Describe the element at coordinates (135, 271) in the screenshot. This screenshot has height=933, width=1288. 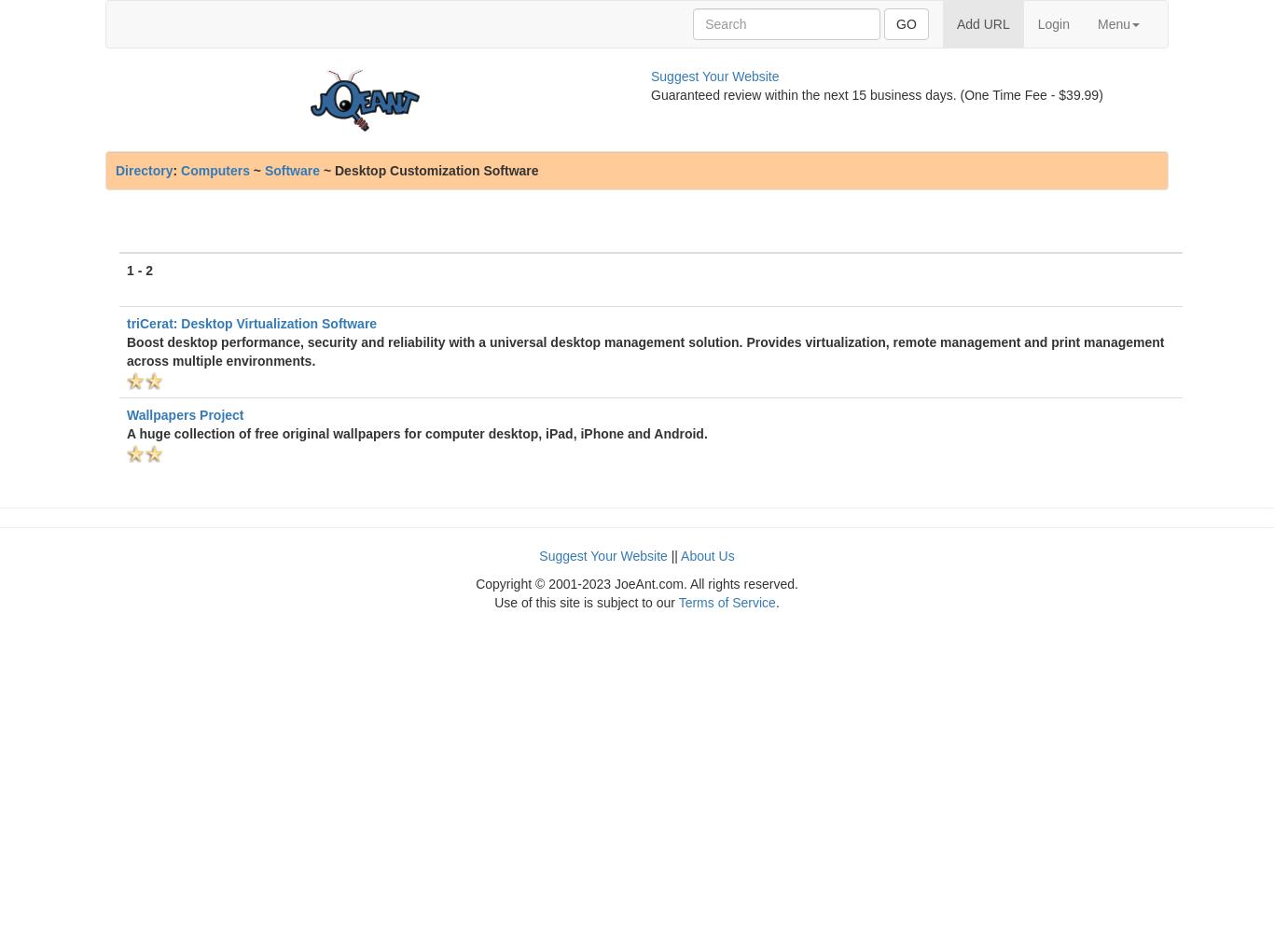
I see `'1 -'` at that location.